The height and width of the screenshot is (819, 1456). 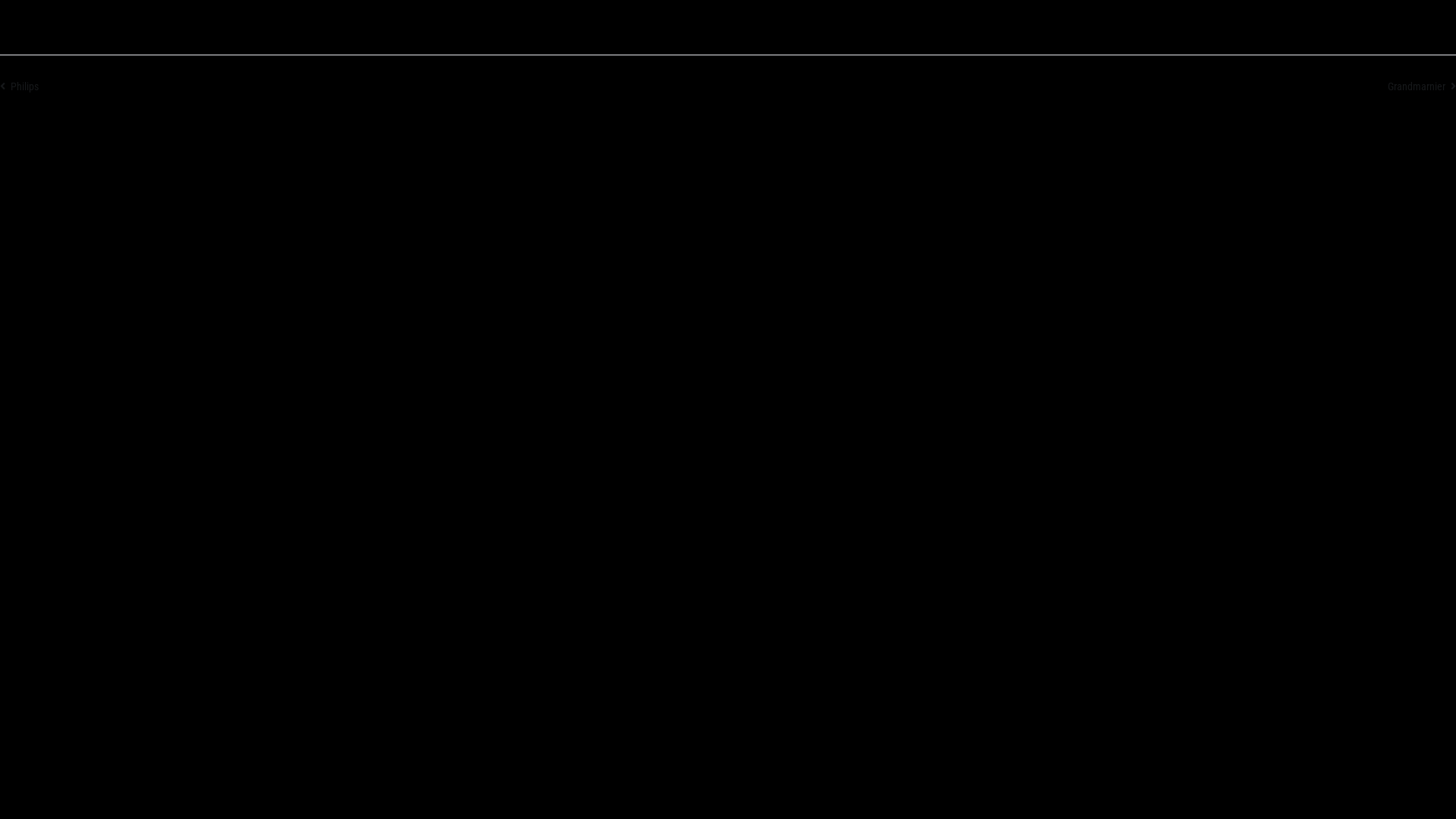 What do you see at coordinates (19, 86) in the screenshot?
I see `'Philips'` at bounding box center [19, 86].